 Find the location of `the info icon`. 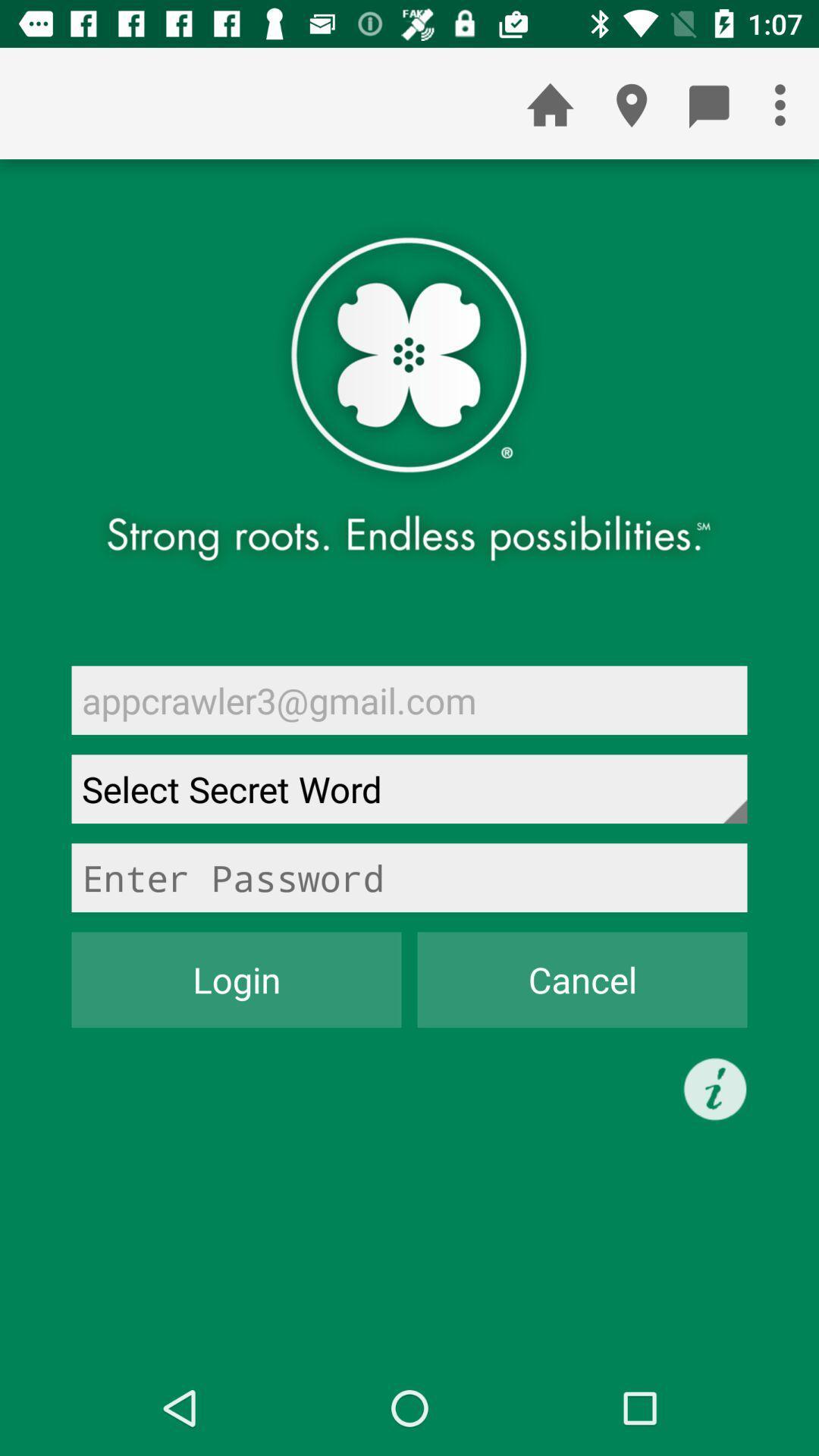

the info icon is located at coordinates (715, 1088).